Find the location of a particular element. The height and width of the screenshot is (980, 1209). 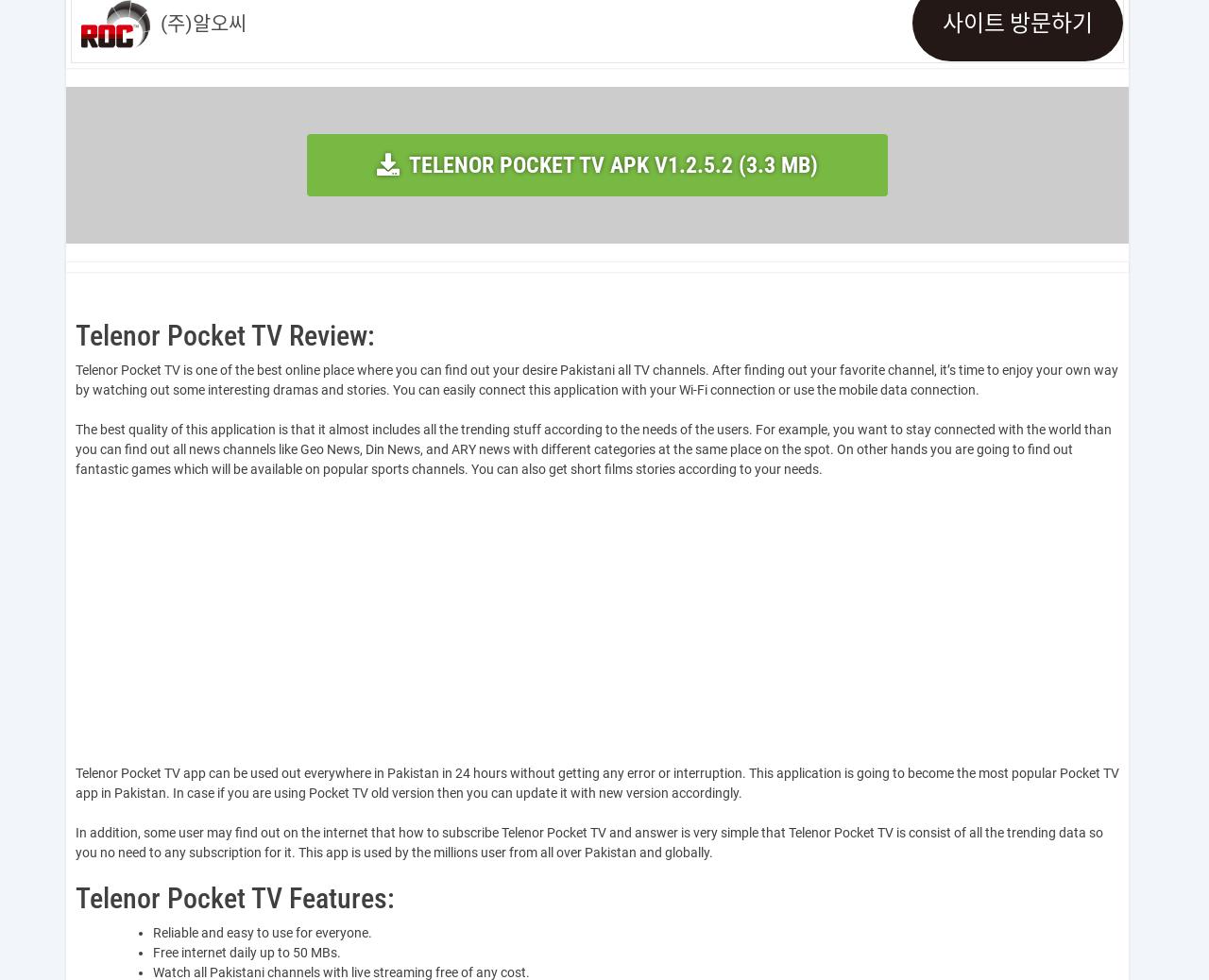

'place' is located at coordinates (323, 369).